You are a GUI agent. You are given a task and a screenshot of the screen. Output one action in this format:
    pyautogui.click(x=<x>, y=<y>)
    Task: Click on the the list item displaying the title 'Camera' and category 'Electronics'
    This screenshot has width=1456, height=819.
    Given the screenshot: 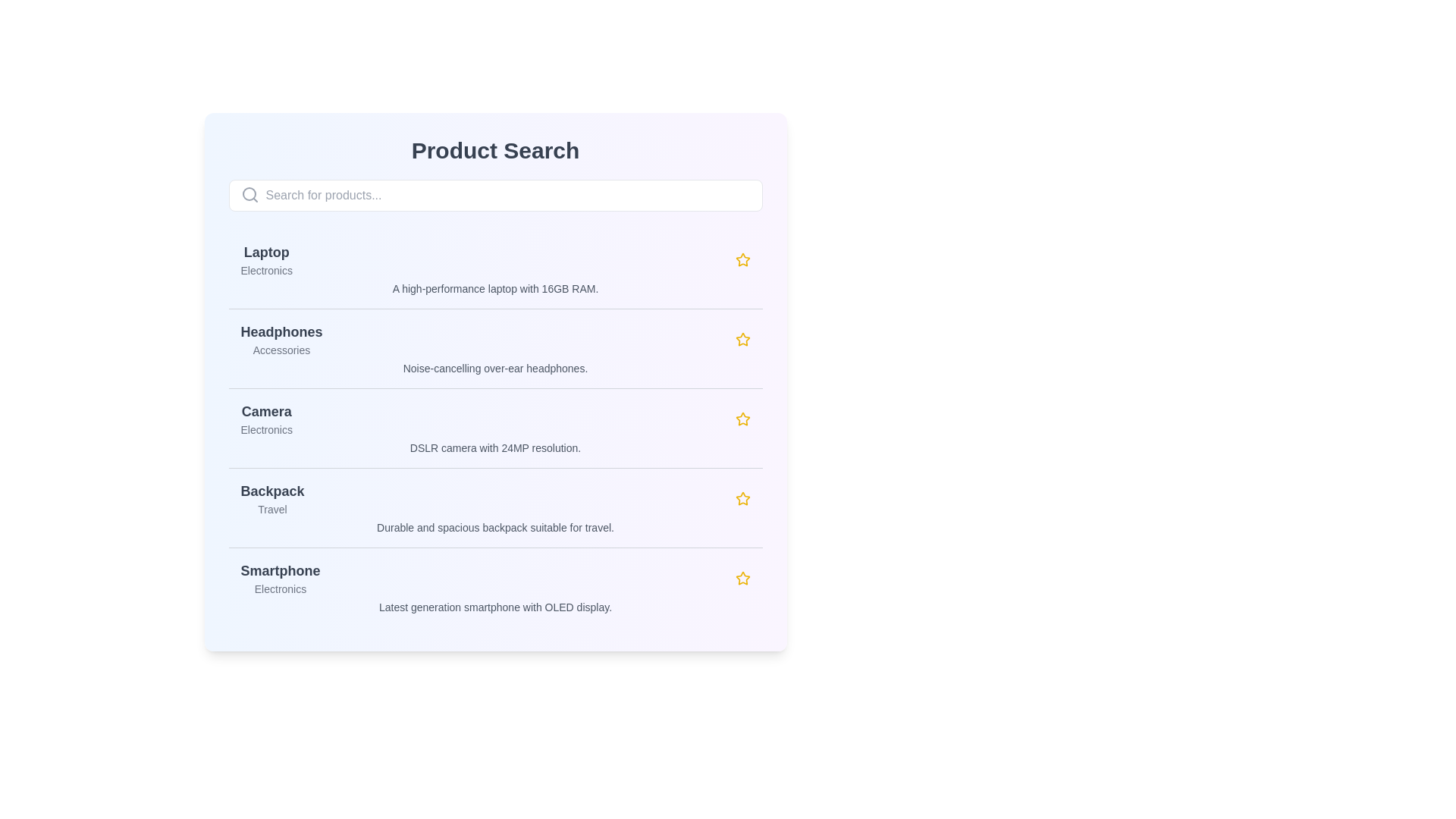 What is the action you would take?
    pyautogui.click(x=495, y=419)
    